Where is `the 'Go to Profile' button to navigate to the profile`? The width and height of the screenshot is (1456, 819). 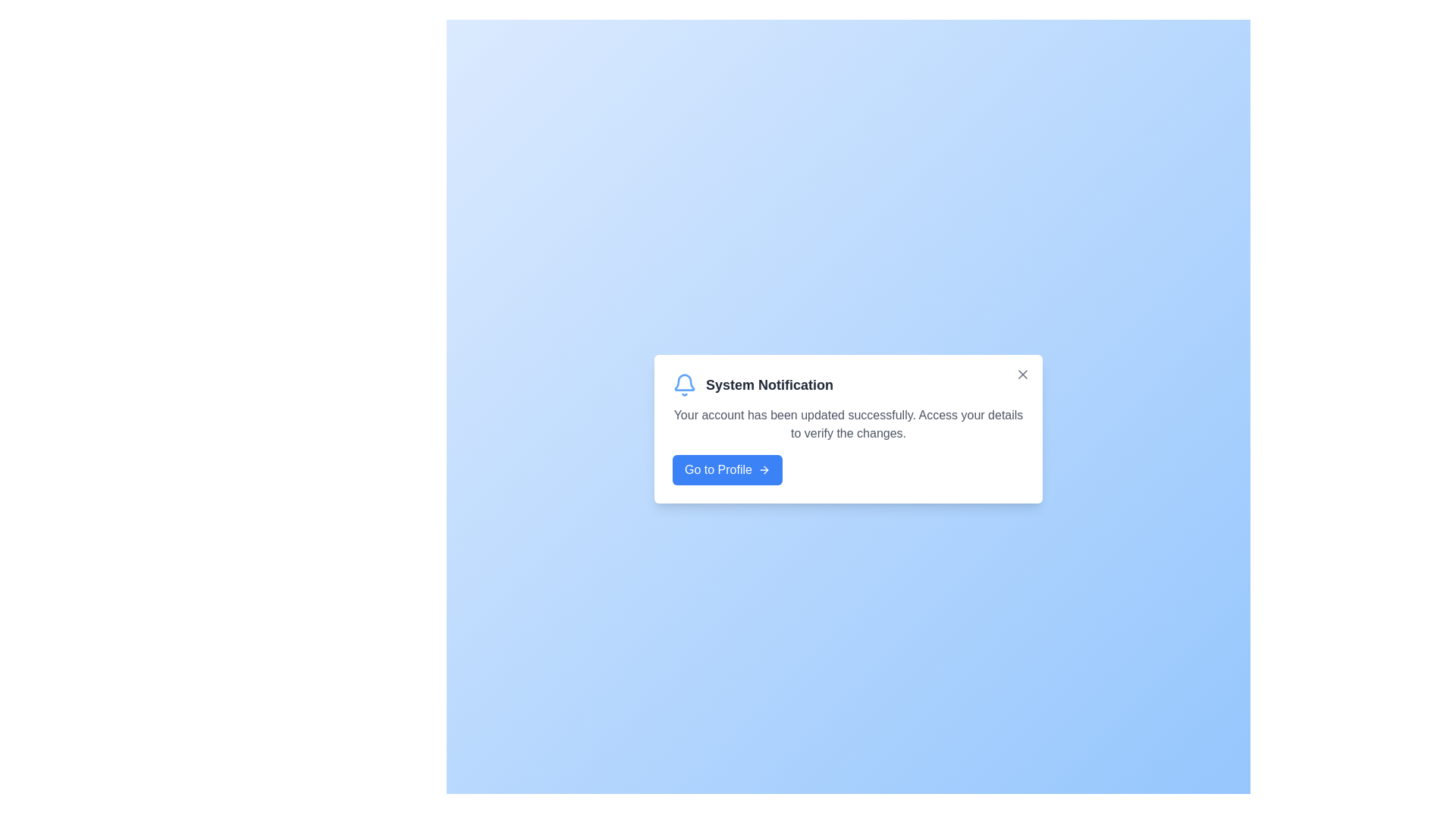
the 'Go to Profile' button to navigate to the profile is located at coordinates (726, 469).